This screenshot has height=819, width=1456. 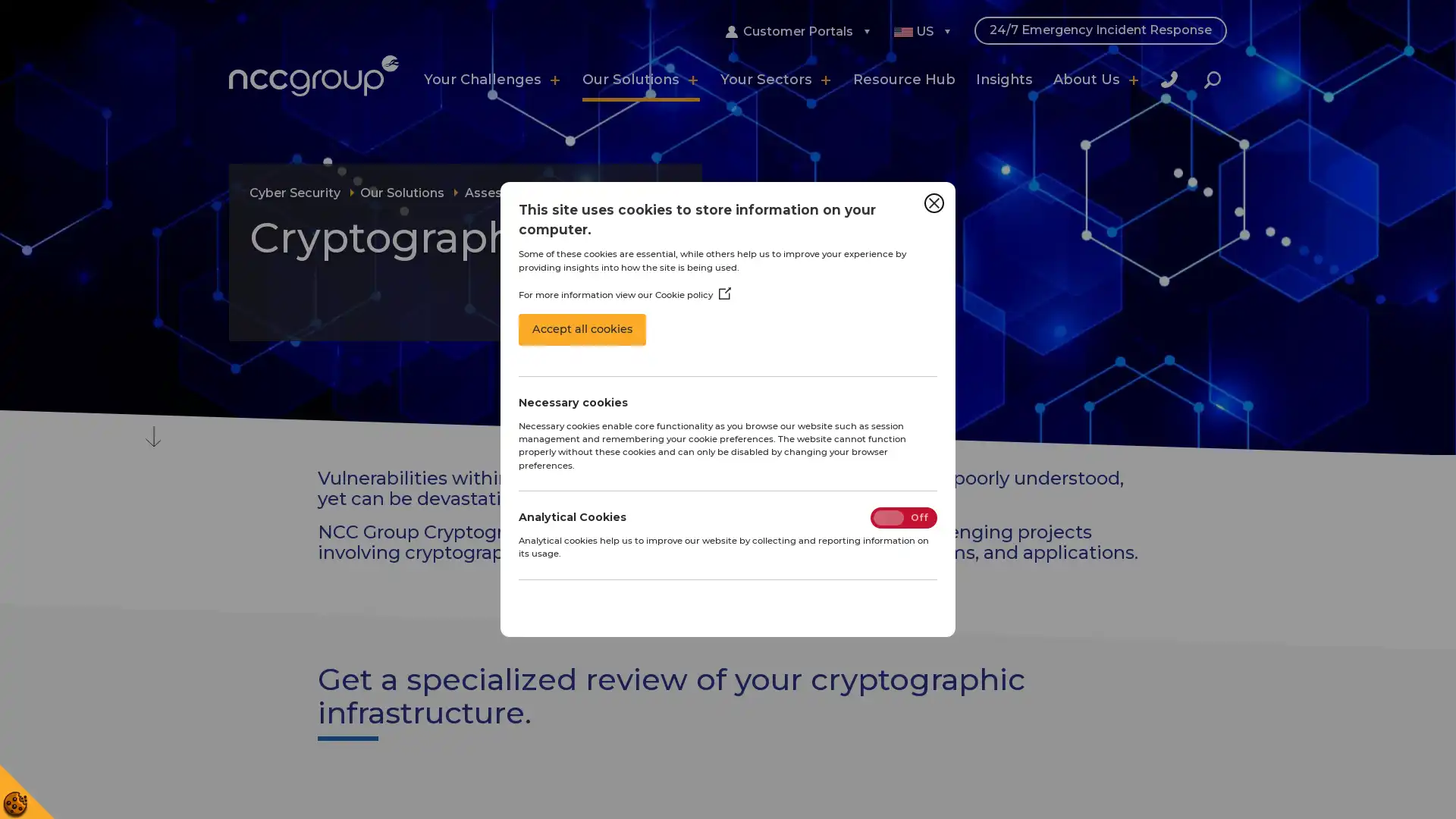 What do you see at coordinates (1163, 133) in the screenshot?
I see `Close Search` at bounding box center [1163, 133].